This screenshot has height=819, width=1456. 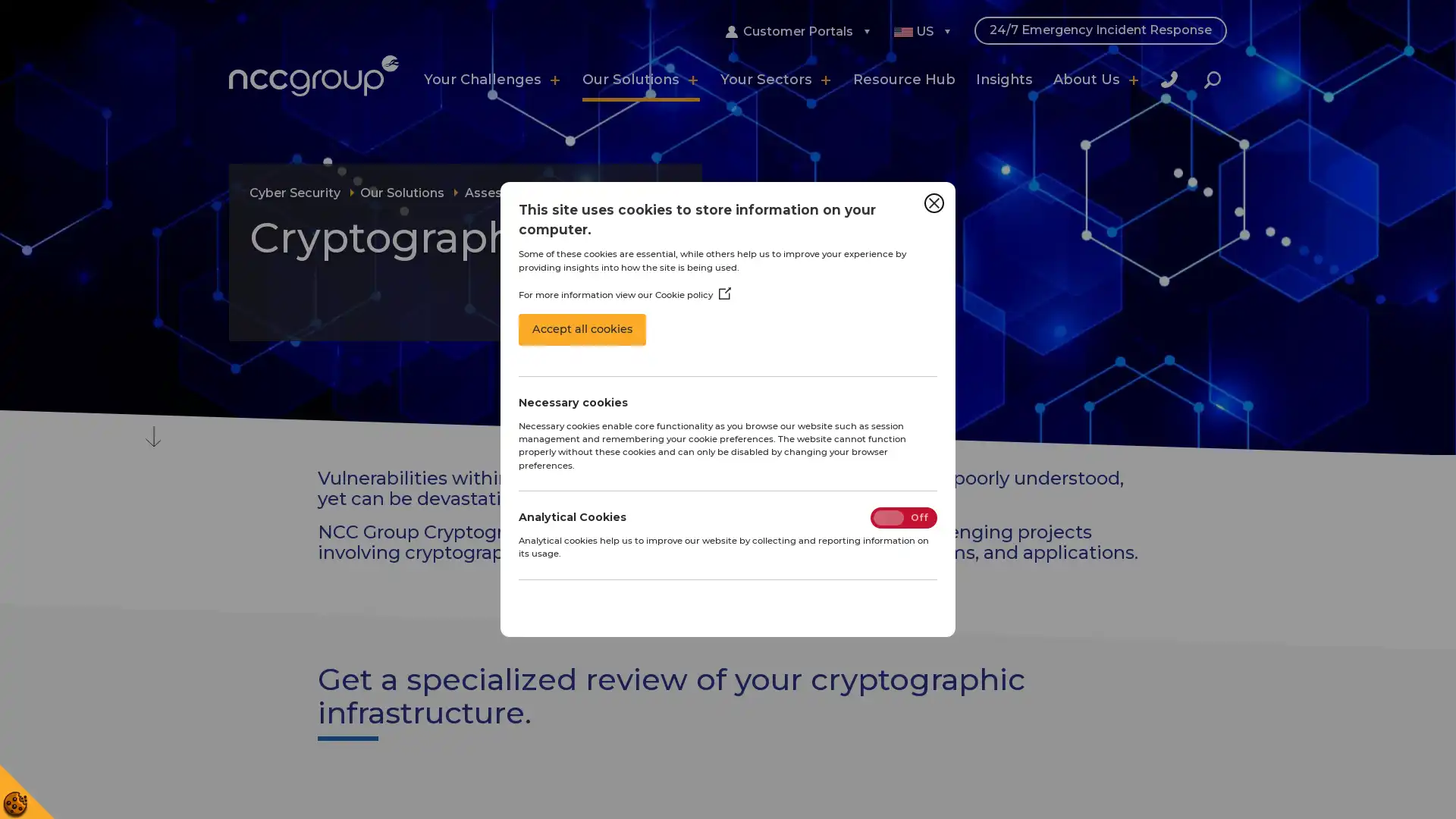 What do you see at coordinates (1163, 133) in the screenshot?
I see `Close Search` at bounding box center [1163, 133].